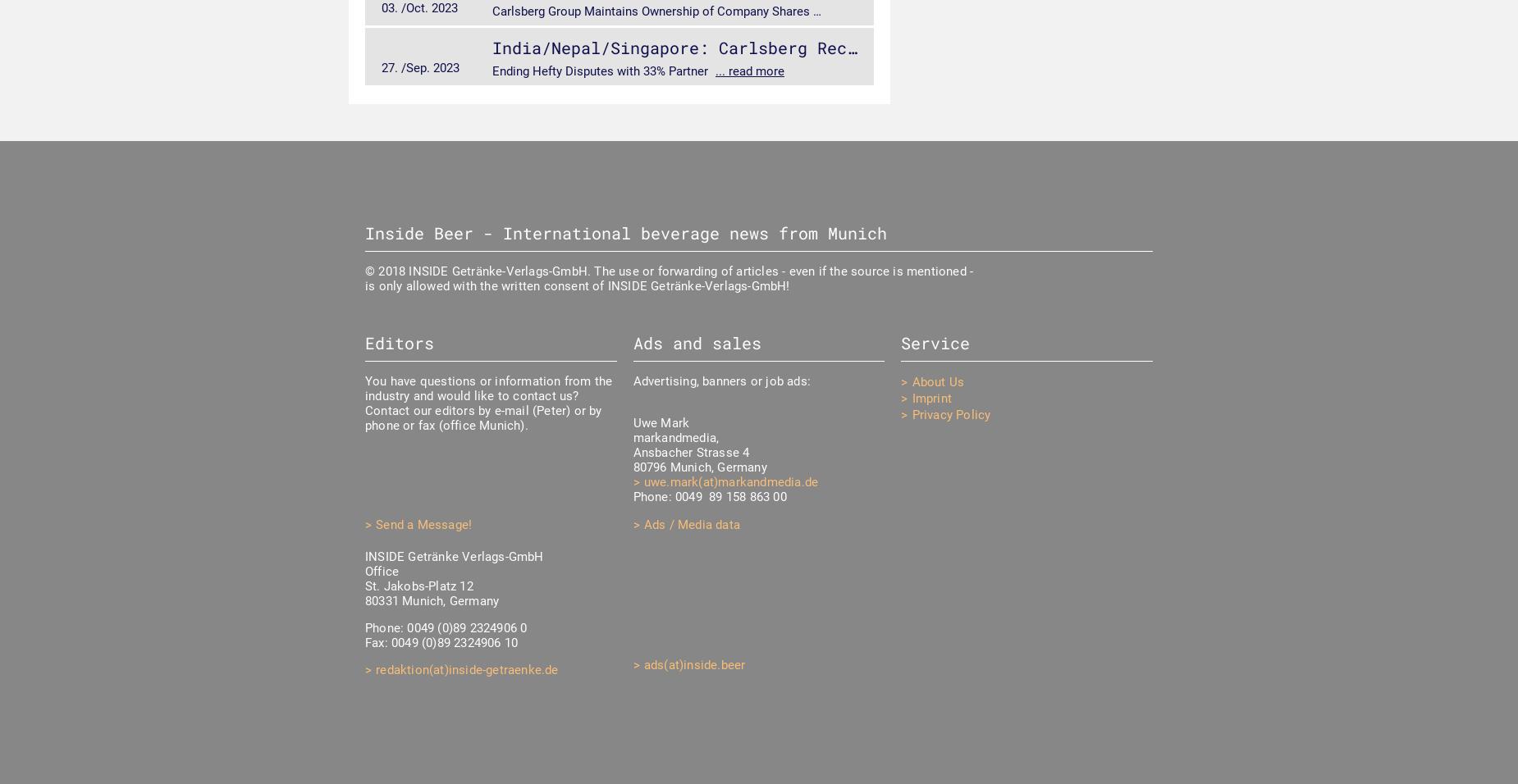 This screenshot has width=1518, height=784. Describe the element at coordinates (601, 70) in the screenshot. I see `'Ending Hefty Disputes with 33% Partner'` at that location.